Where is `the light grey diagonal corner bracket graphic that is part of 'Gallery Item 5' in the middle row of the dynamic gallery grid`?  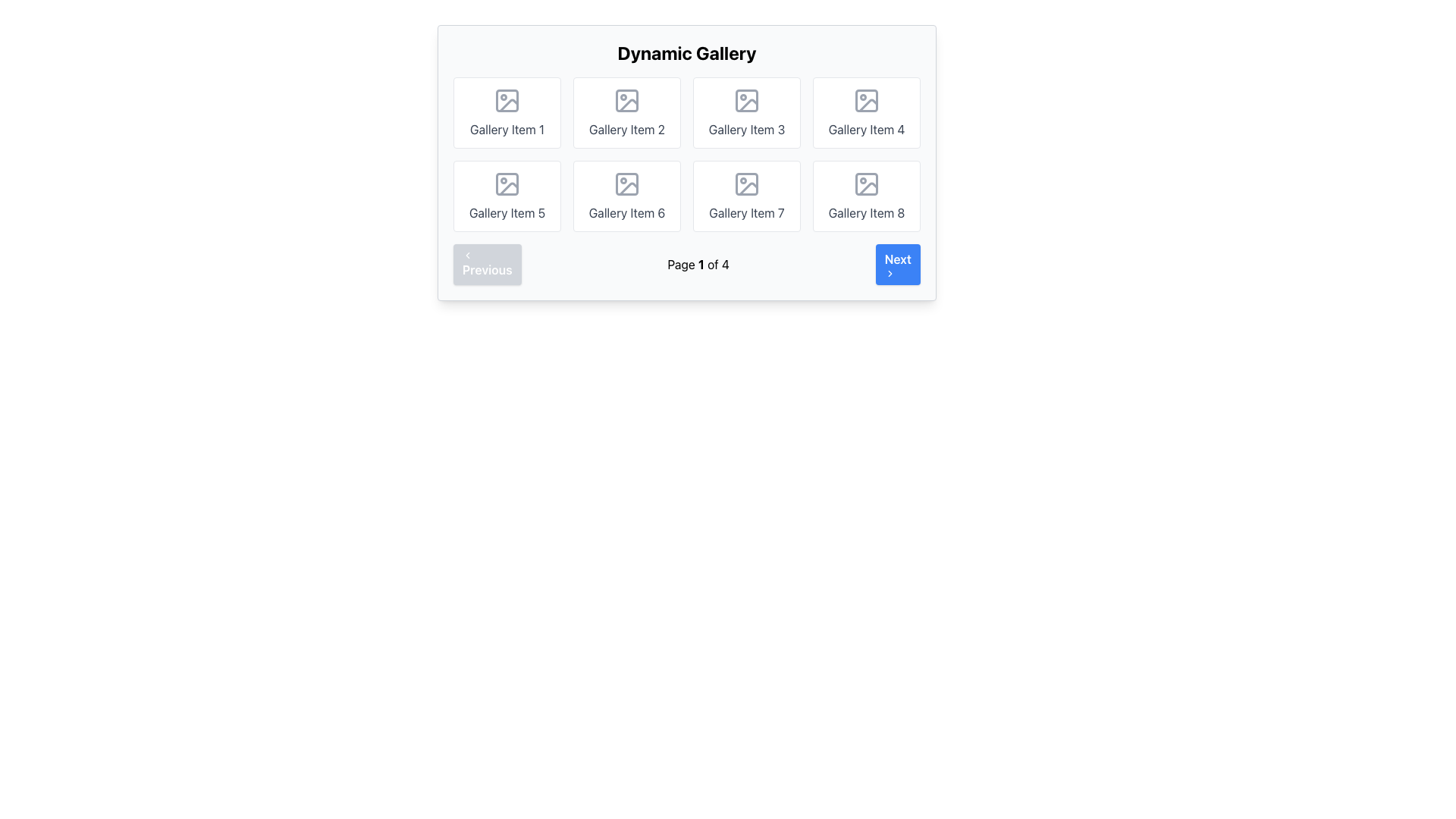
the light grey diagonal corner bracket graphic that is part of 'Gallery Item 5' in the middle row of the dynamic gallery grid is located at coordinates (509, 188).